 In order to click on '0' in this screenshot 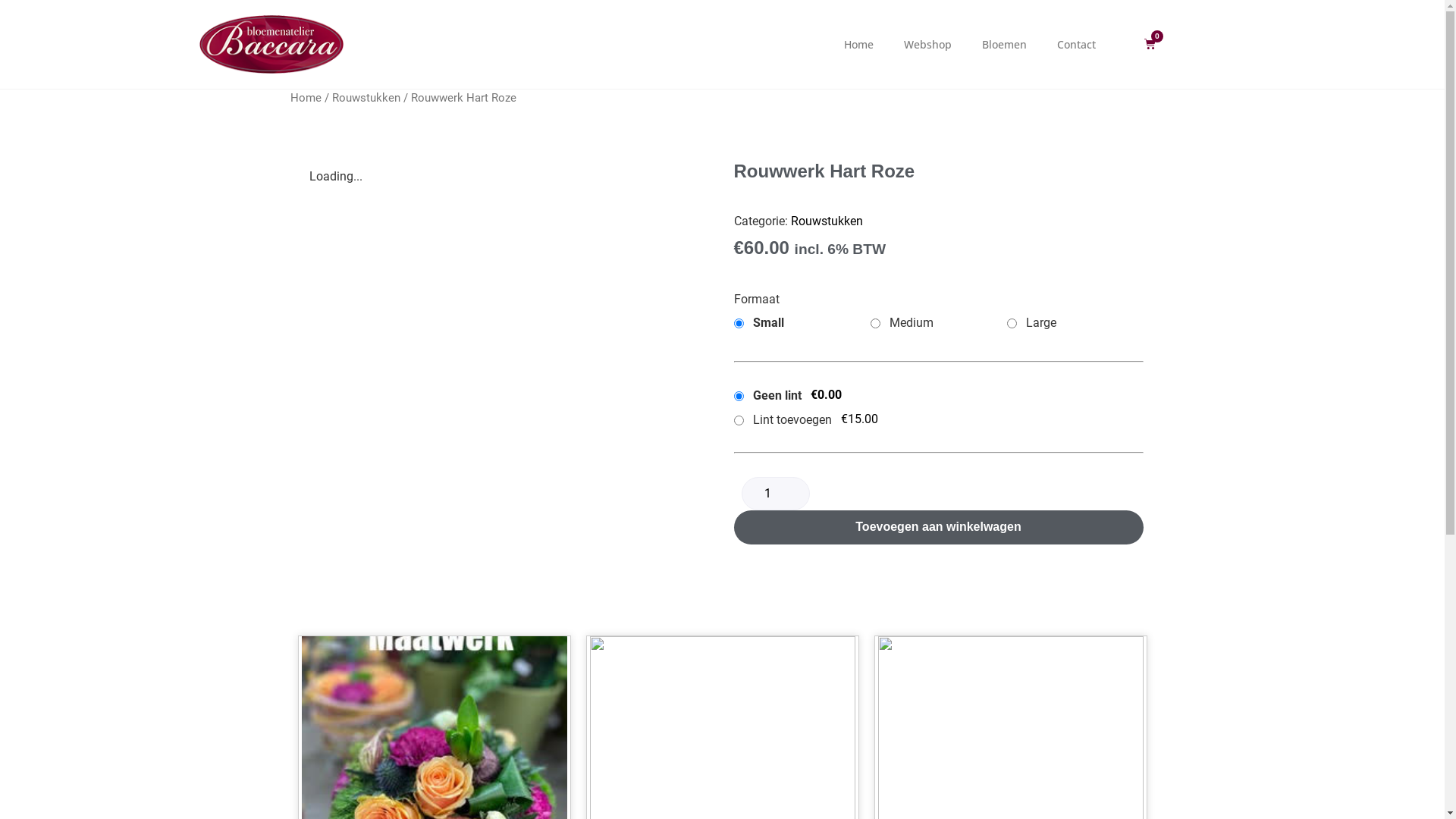, I will do `click(1150, 42)`.